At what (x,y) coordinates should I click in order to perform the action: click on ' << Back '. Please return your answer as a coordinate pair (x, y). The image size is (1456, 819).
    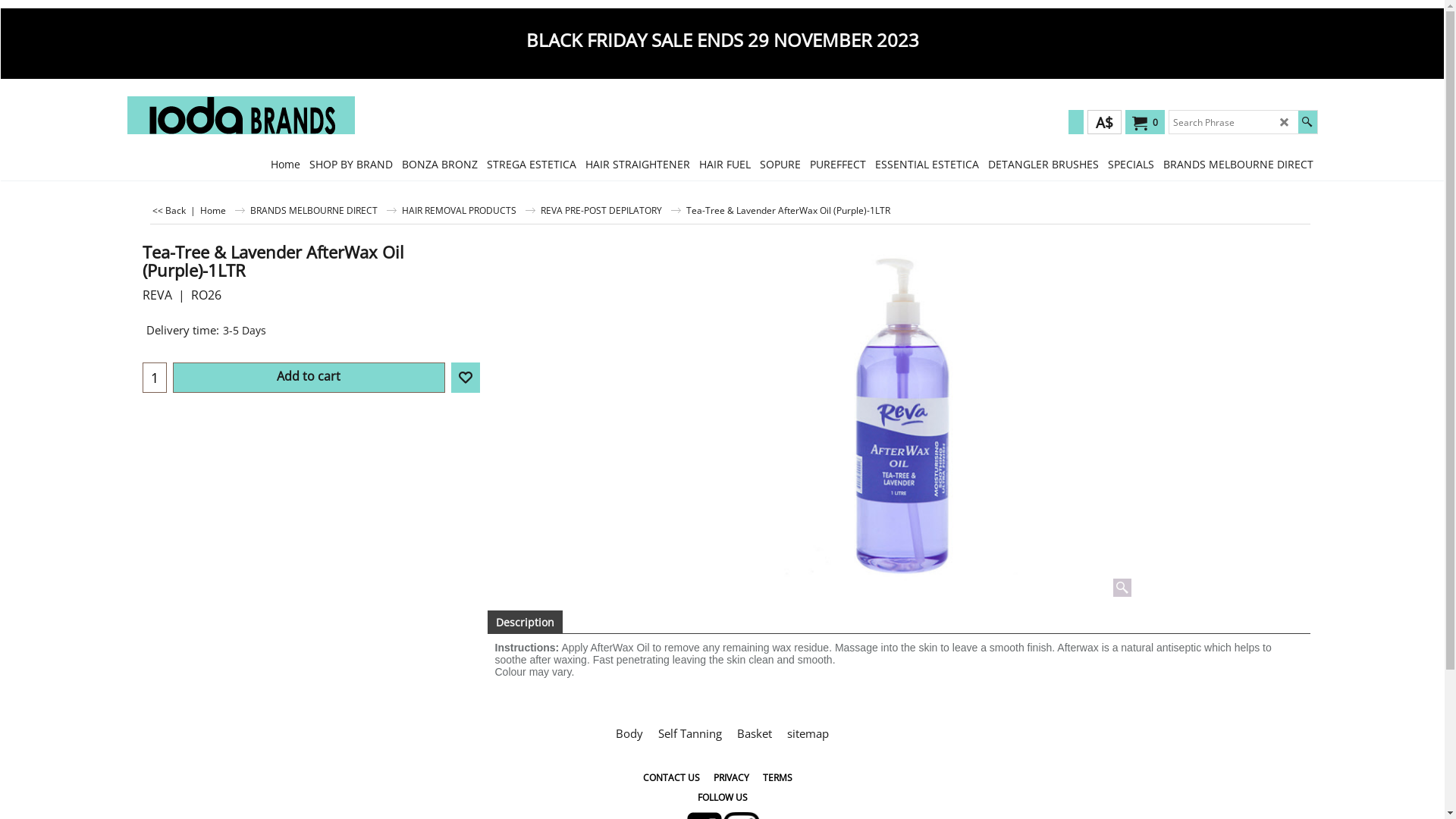
    Looking at the image, I should click on (168, 210).